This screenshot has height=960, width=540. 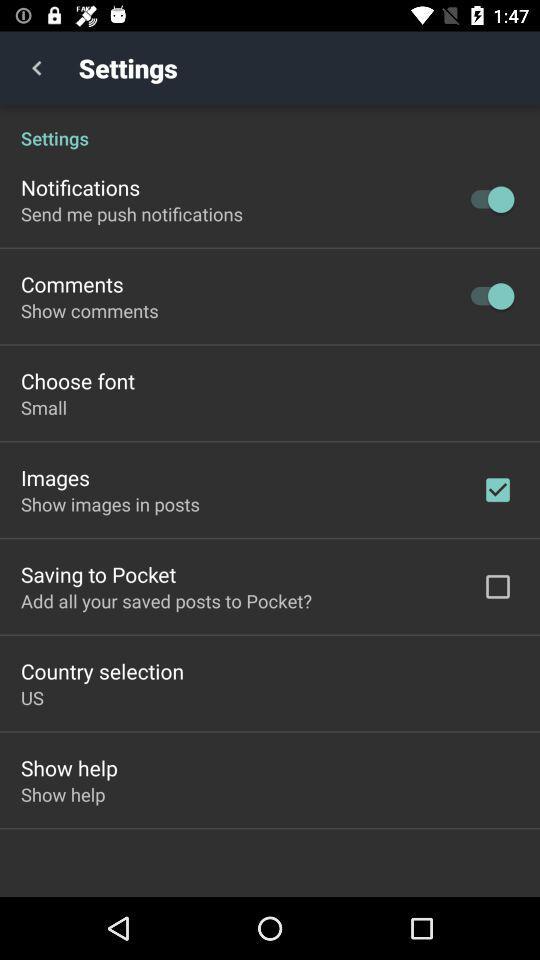 I want to click on send me push, so click(x=131, y=214).